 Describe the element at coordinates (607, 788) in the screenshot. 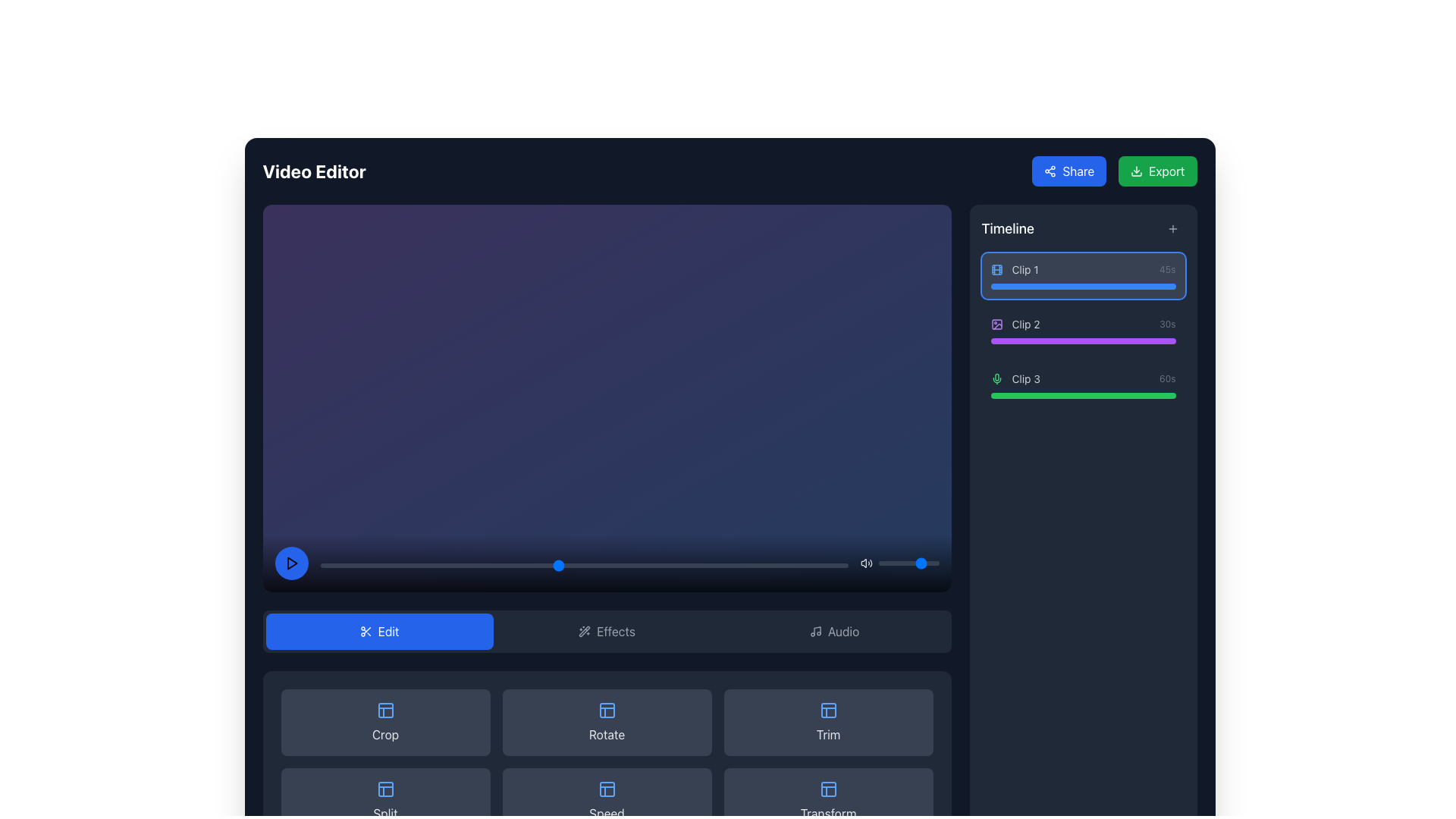

I see `the Icon element located above the 'Speed' text` at that location.